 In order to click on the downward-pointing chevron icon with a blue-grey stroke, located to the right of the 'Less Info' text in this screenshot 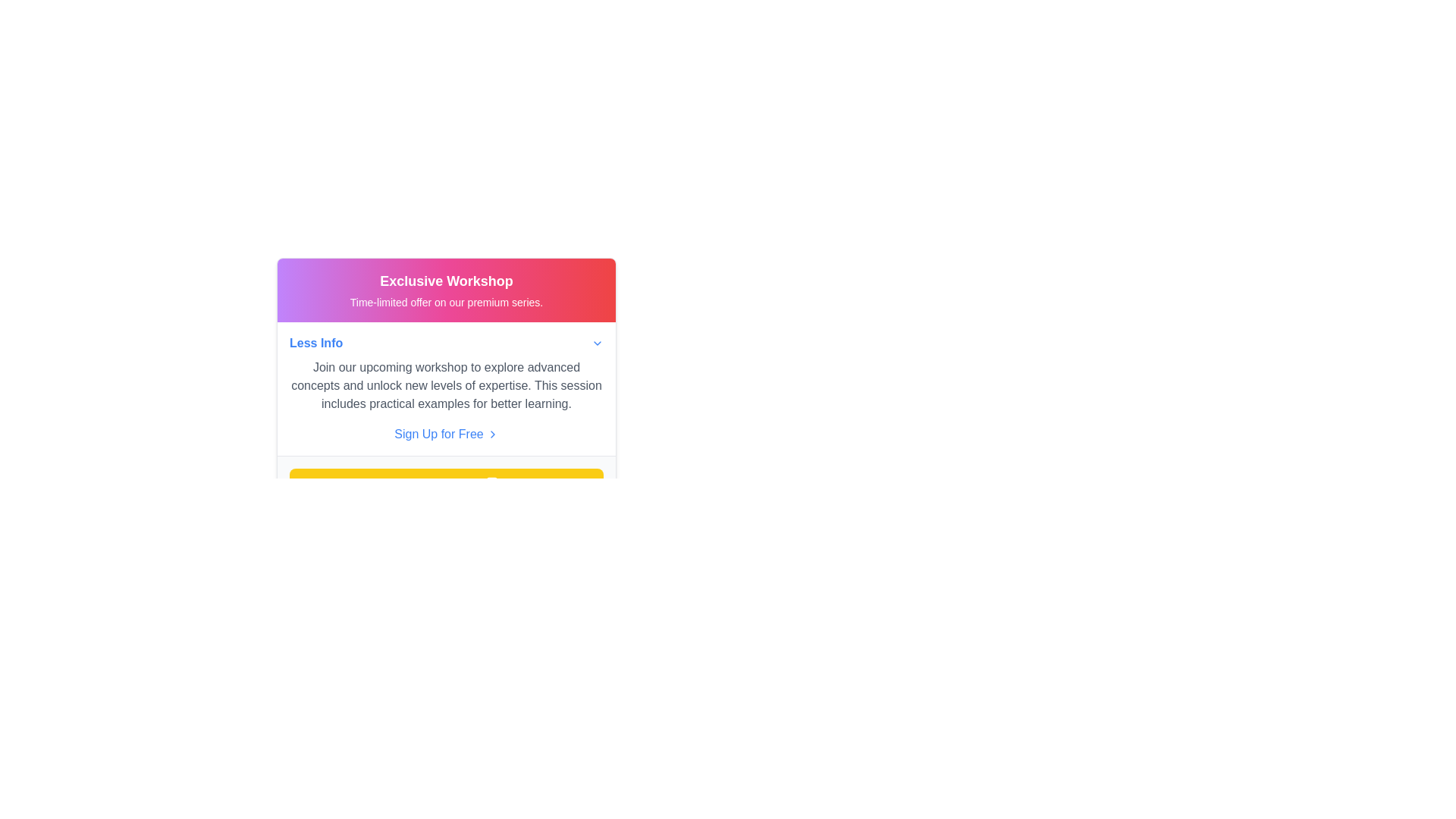, I will do `click(596, 343)`.